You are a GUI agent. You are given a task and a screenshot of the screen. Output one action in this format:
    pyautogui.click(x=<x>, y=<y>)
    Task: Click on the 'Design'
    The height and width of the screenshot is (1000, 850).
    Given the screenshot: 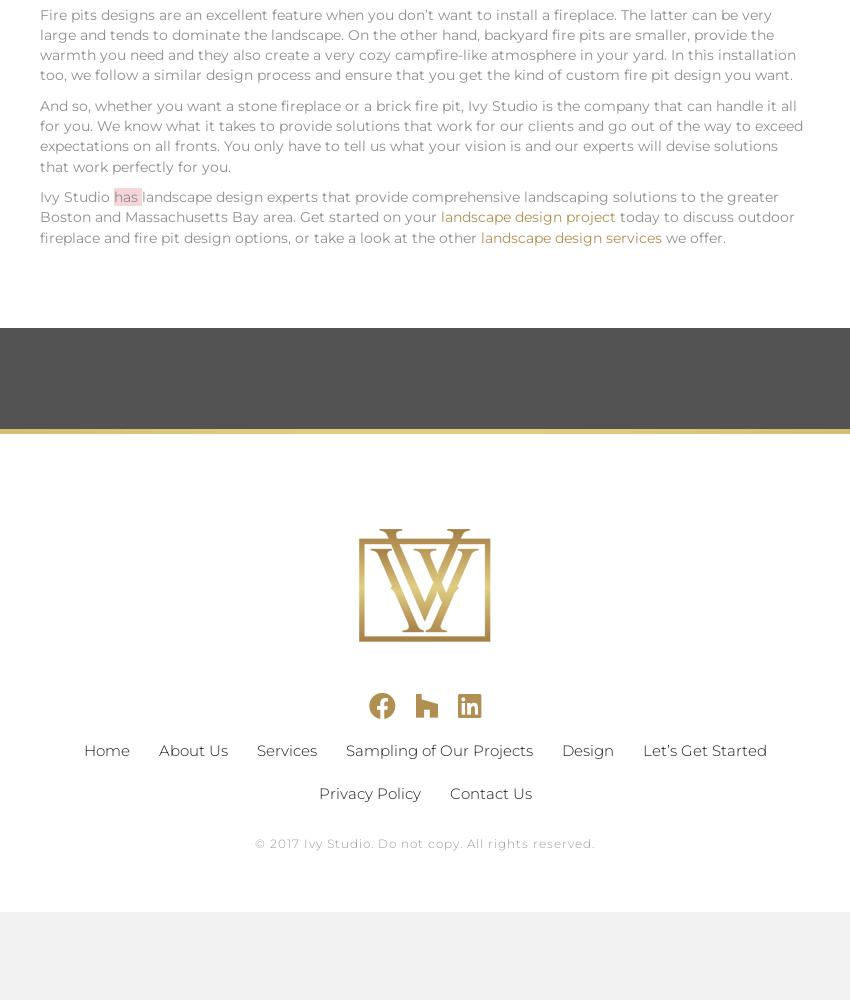 What is the action you would take?
    pyautogui.click(x=561, y=748)
    